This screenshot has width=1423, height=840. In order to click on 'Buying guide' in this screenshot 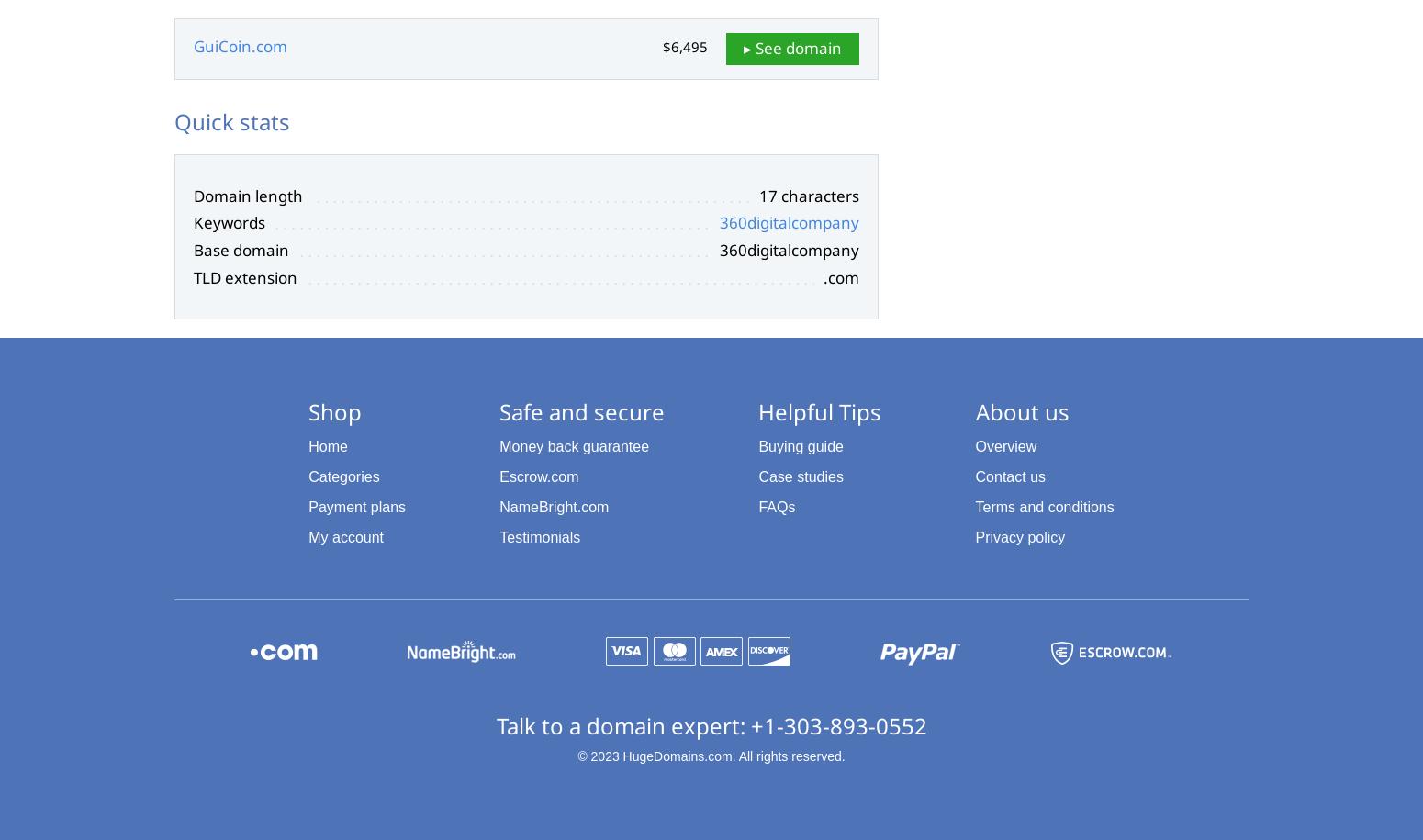, I will do `click(756, 445)`.